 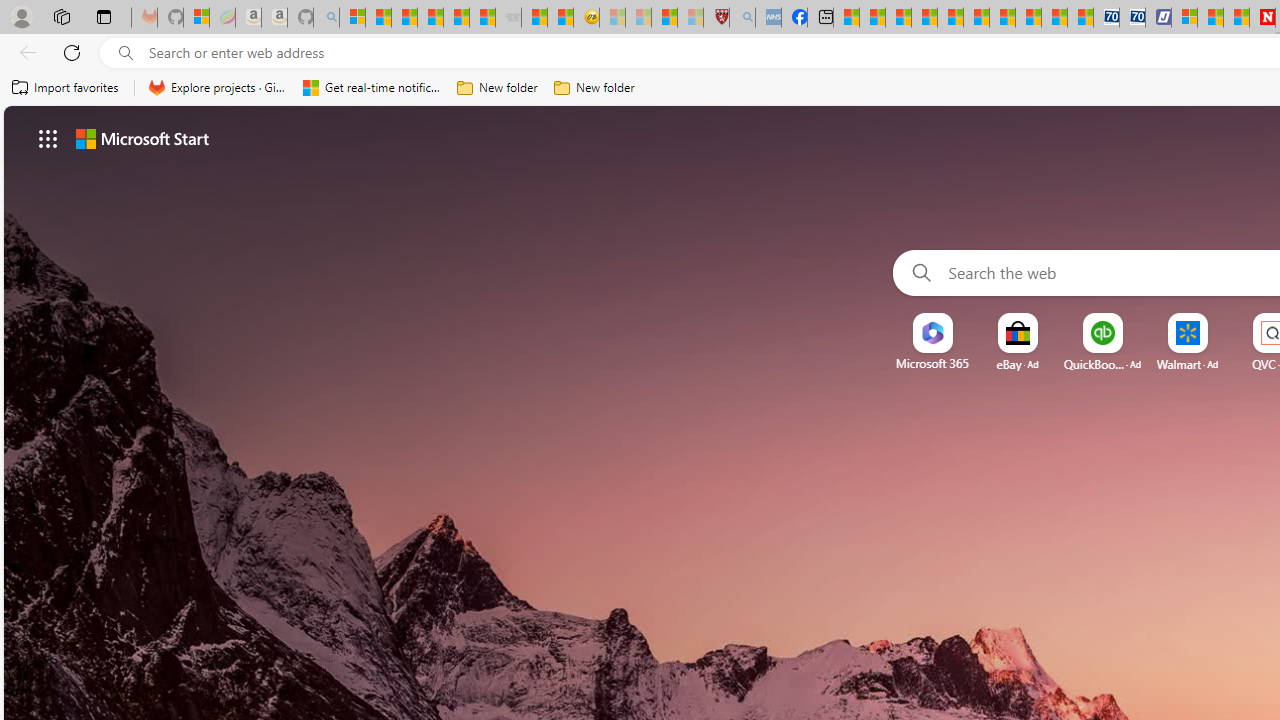 I want to click on 'Cheap Car Rentals - Save70.com', so click(x=1105, y=17).